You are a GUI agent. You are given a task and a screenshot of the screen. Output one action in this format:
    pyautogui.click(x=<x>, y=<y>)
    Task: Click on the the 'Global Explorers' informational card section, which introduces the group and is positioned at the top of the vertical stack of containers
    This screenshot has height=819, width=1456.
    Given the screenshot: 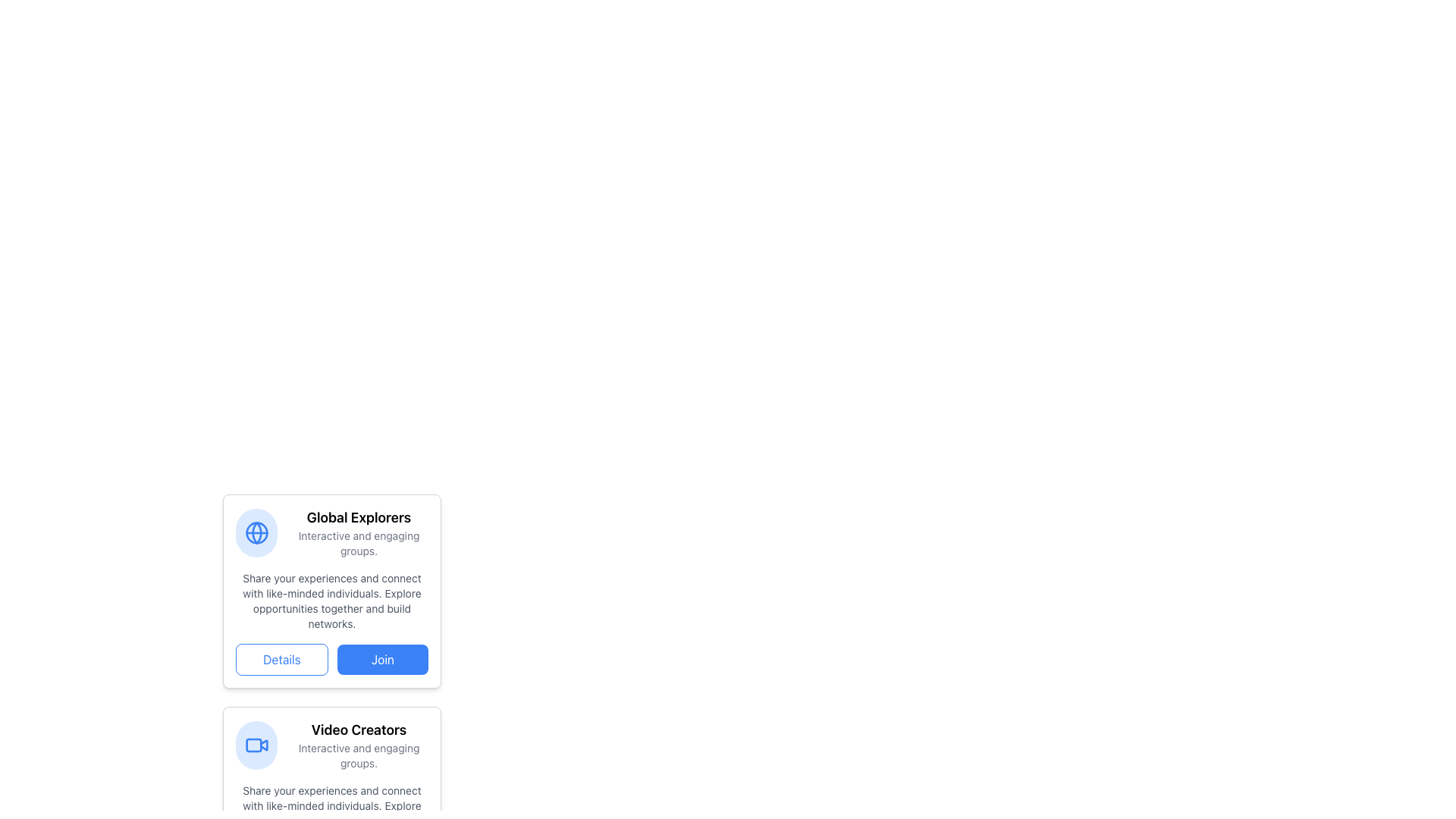 What is the action you would take?
    pyautogui.click(x=331, y=532)
    